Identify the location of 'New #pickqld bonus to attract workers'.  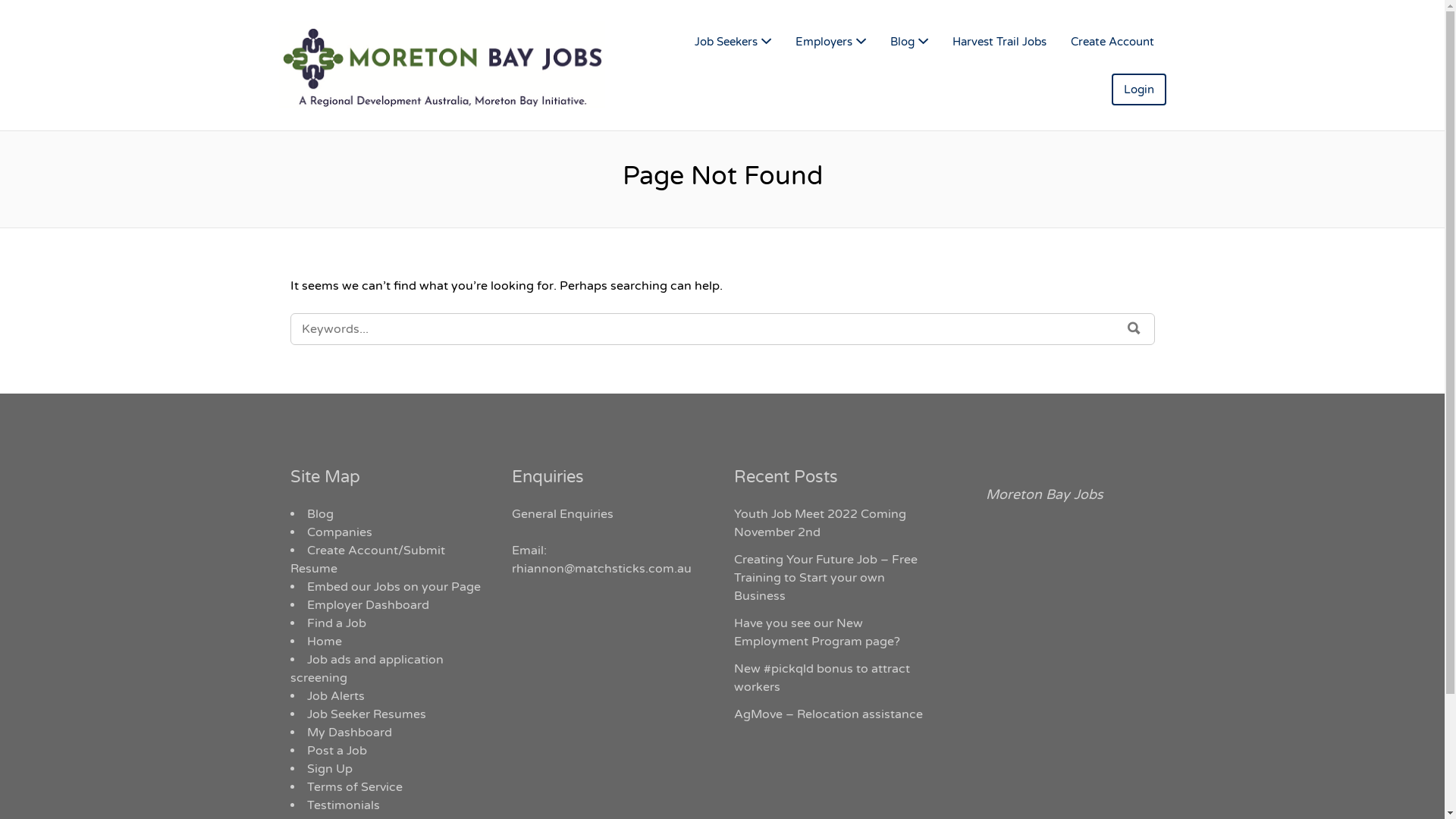
(821, 677).